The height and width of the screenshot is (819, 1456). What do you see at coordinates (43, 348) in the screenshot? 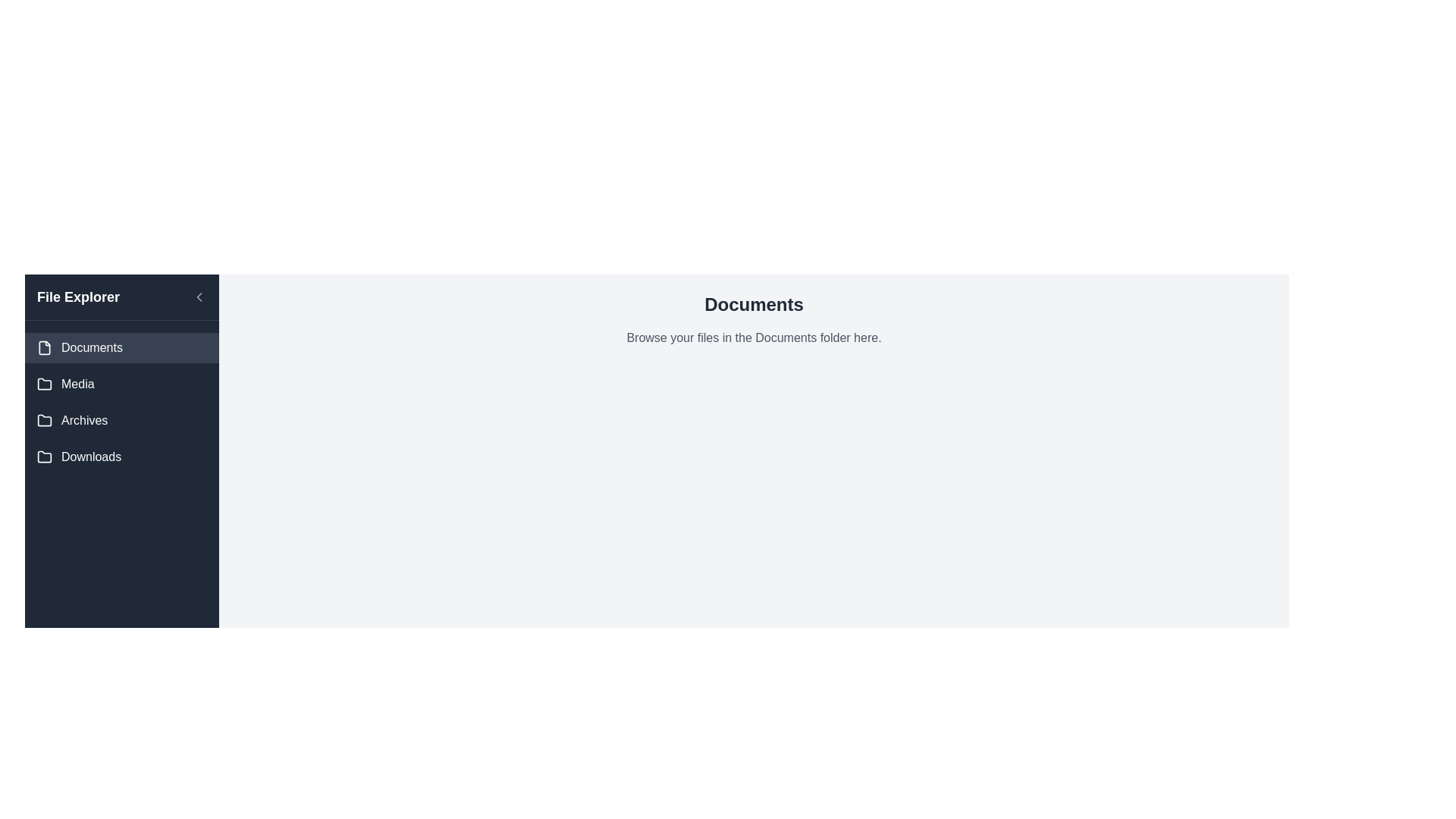
I see `the 'Documents' icon in the sidebar` at bounding box center [43, 348].